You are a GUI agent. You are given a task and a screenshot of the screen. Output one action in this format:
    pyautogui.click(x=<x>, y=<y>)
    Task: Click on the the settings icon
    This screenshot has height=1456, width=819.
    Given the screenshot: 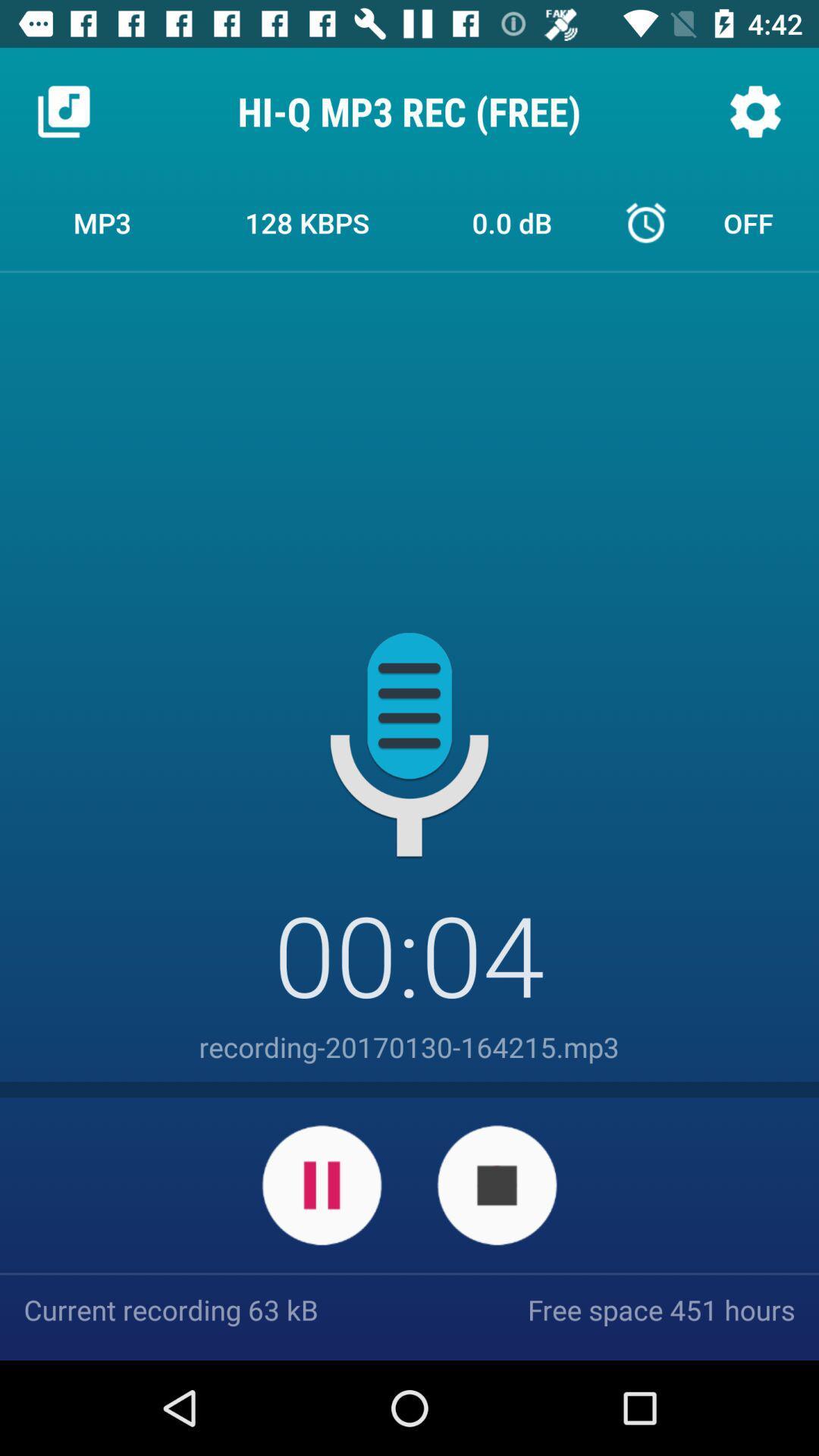 What is the action you would take?
    pyautogui.click(x=755, y=111)
    